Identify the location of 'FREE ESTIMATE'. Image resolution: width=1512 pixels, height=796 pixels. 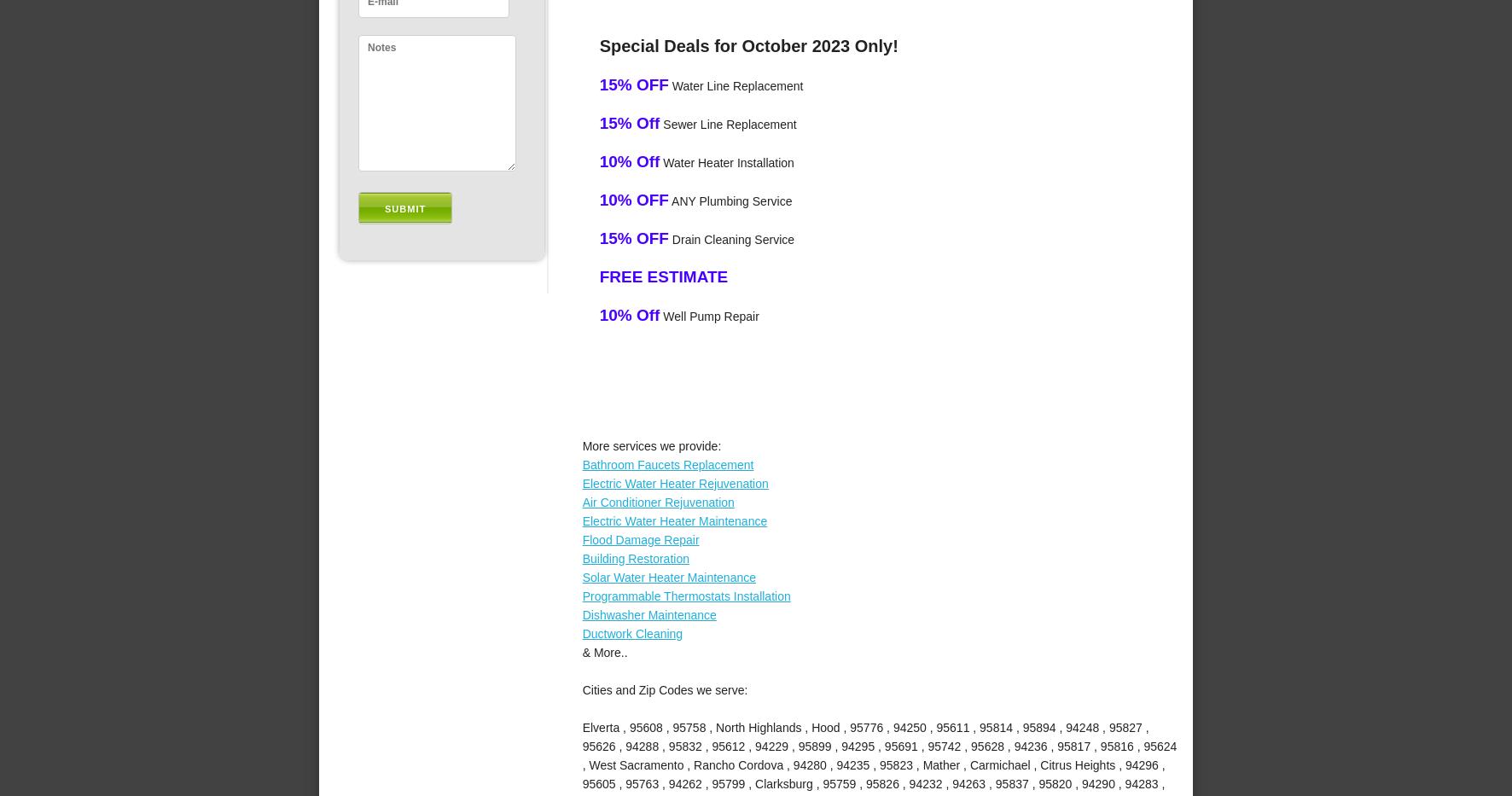
(663, 275).